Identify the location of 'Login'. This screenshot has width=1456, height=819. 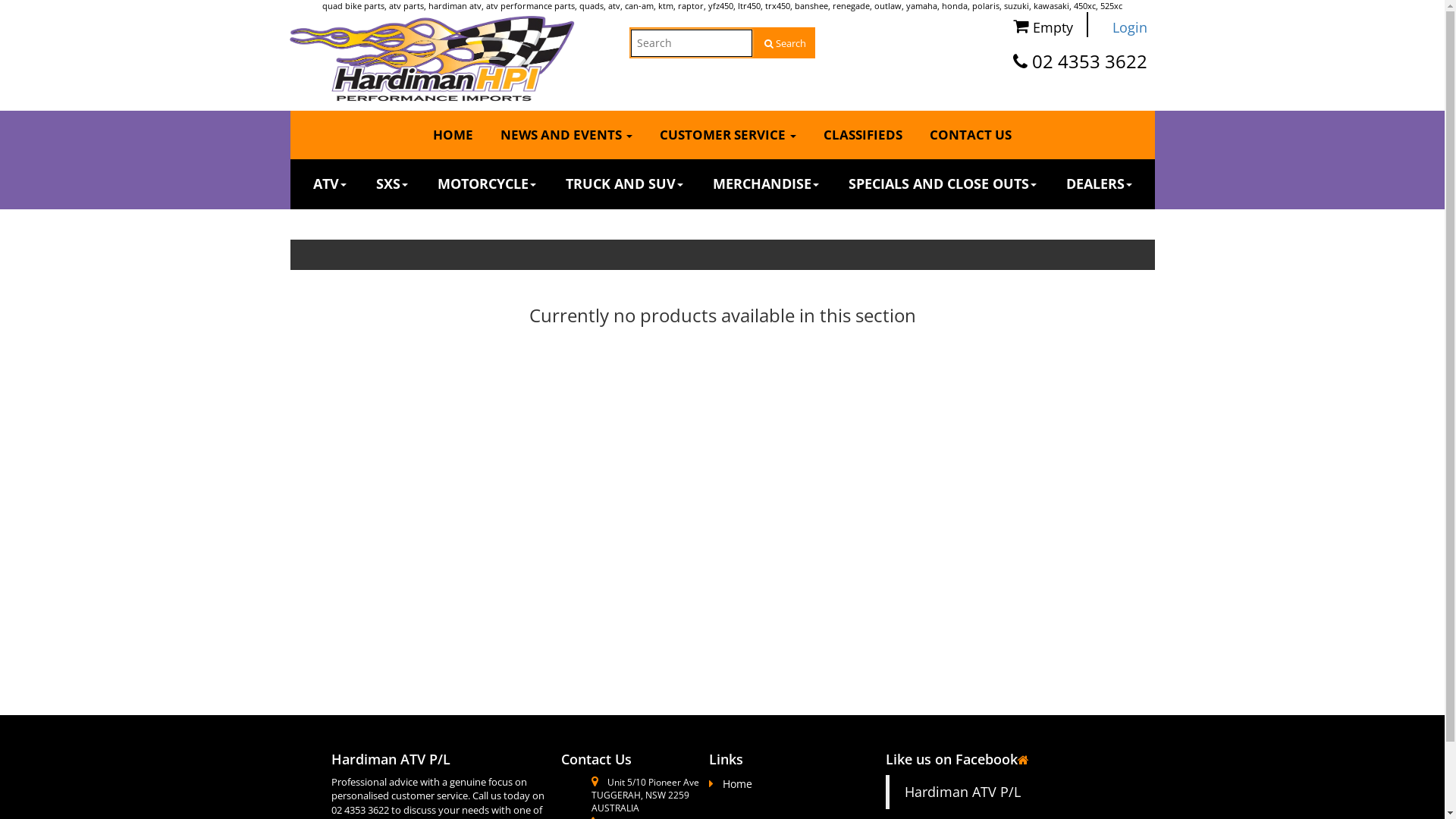
(1124, 28).